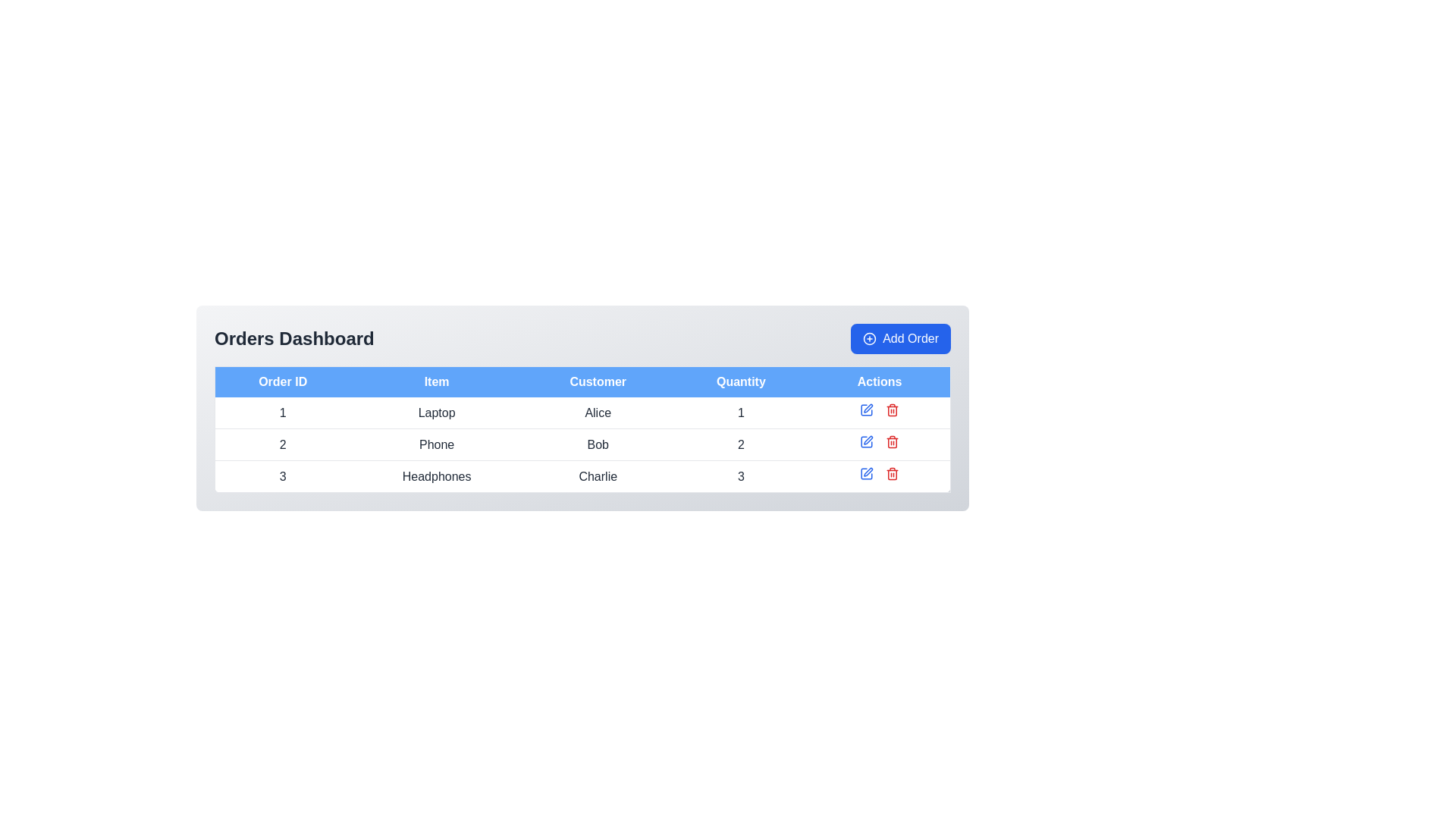 The image size is (1456, 819). I want to click on the delete icon in the Actions cell of the table row for customer 'Bob', which is the second row and fifth cell in the table, so click(880, 444).